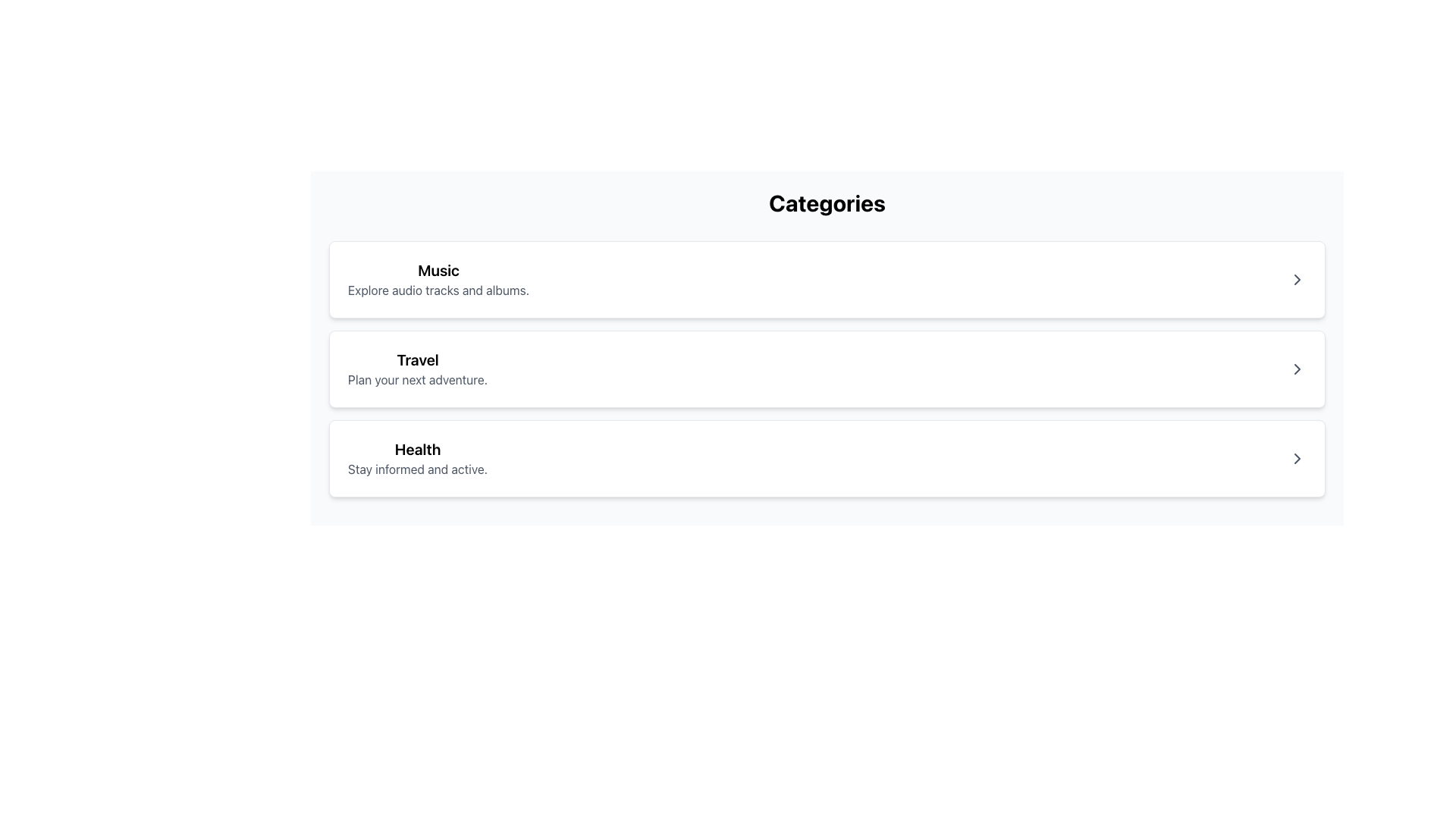 The image size is (1456, 819). Describe the element at coordinates (1296, 369) in the screenshot. I see `the rightward-facing chevron icon located at the far-right end of the box labeled 'Travel Plan your next adventure.'` at that location.